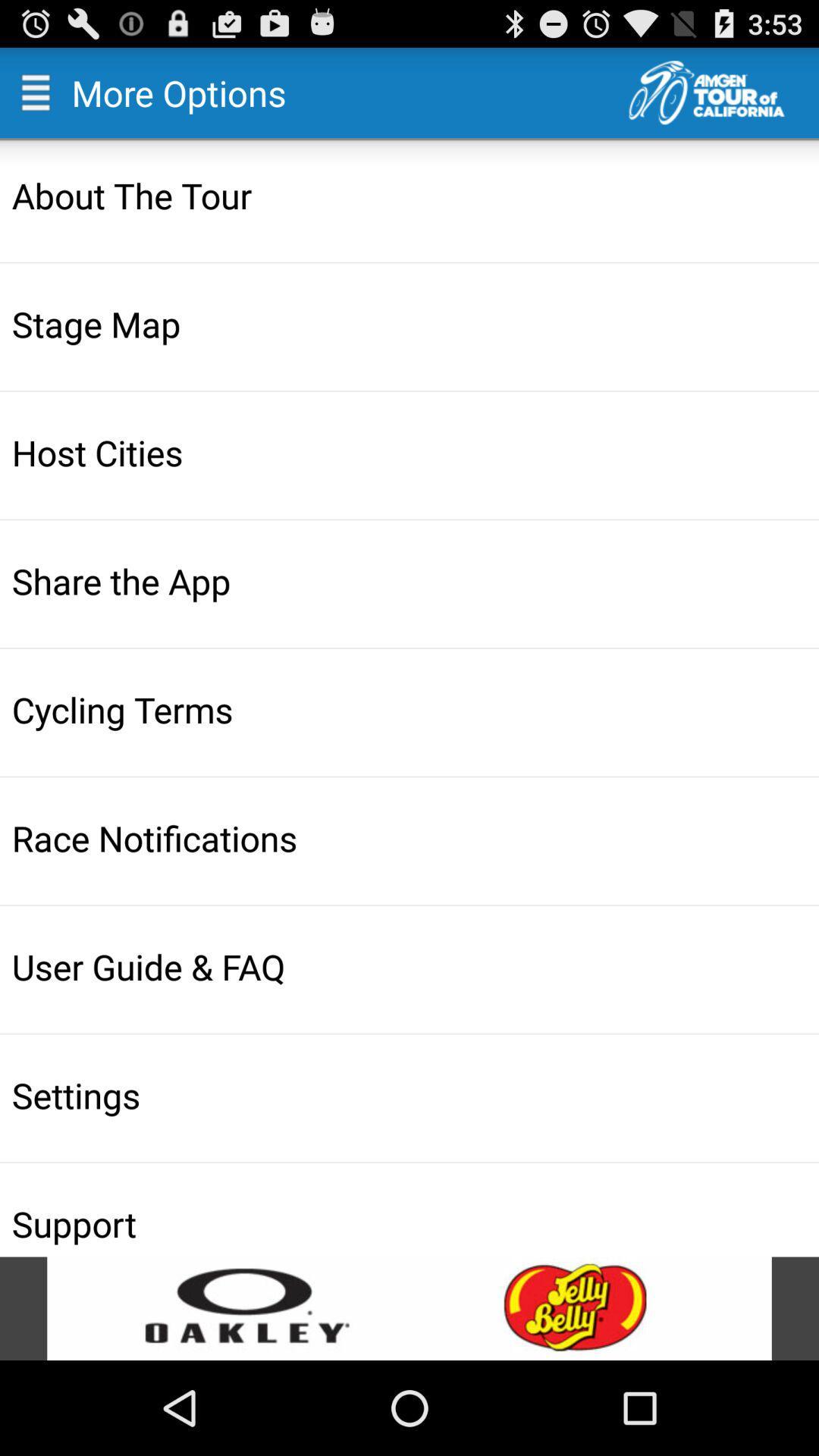 The height and width of the screenshot is (1456, 819). What do you see at coordinates (723, 92) in the screenshot?
I see `the main page` at bounding box center [723, 92].